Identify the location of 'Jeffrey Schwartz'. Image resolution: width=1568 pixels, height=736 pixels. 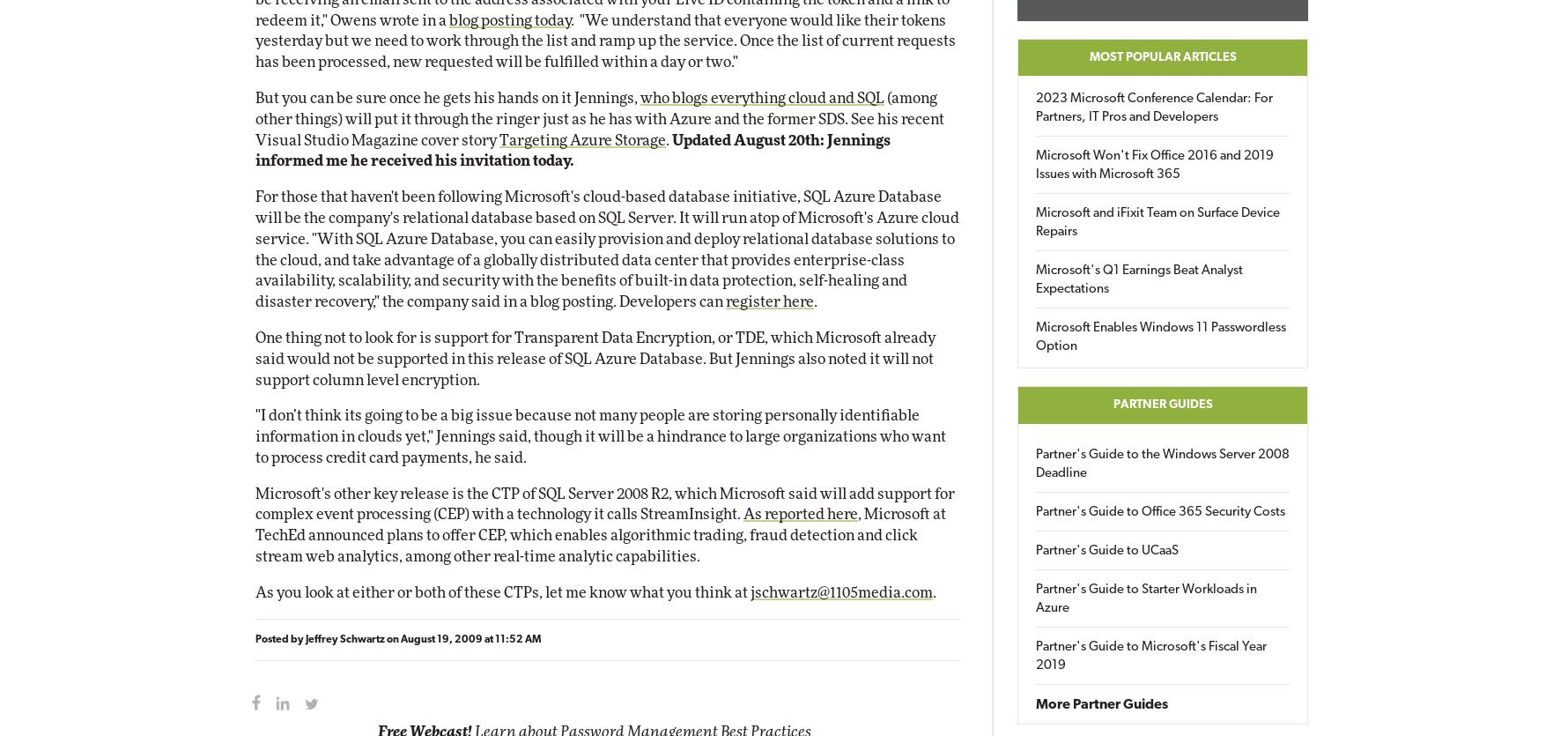
(344, 639).